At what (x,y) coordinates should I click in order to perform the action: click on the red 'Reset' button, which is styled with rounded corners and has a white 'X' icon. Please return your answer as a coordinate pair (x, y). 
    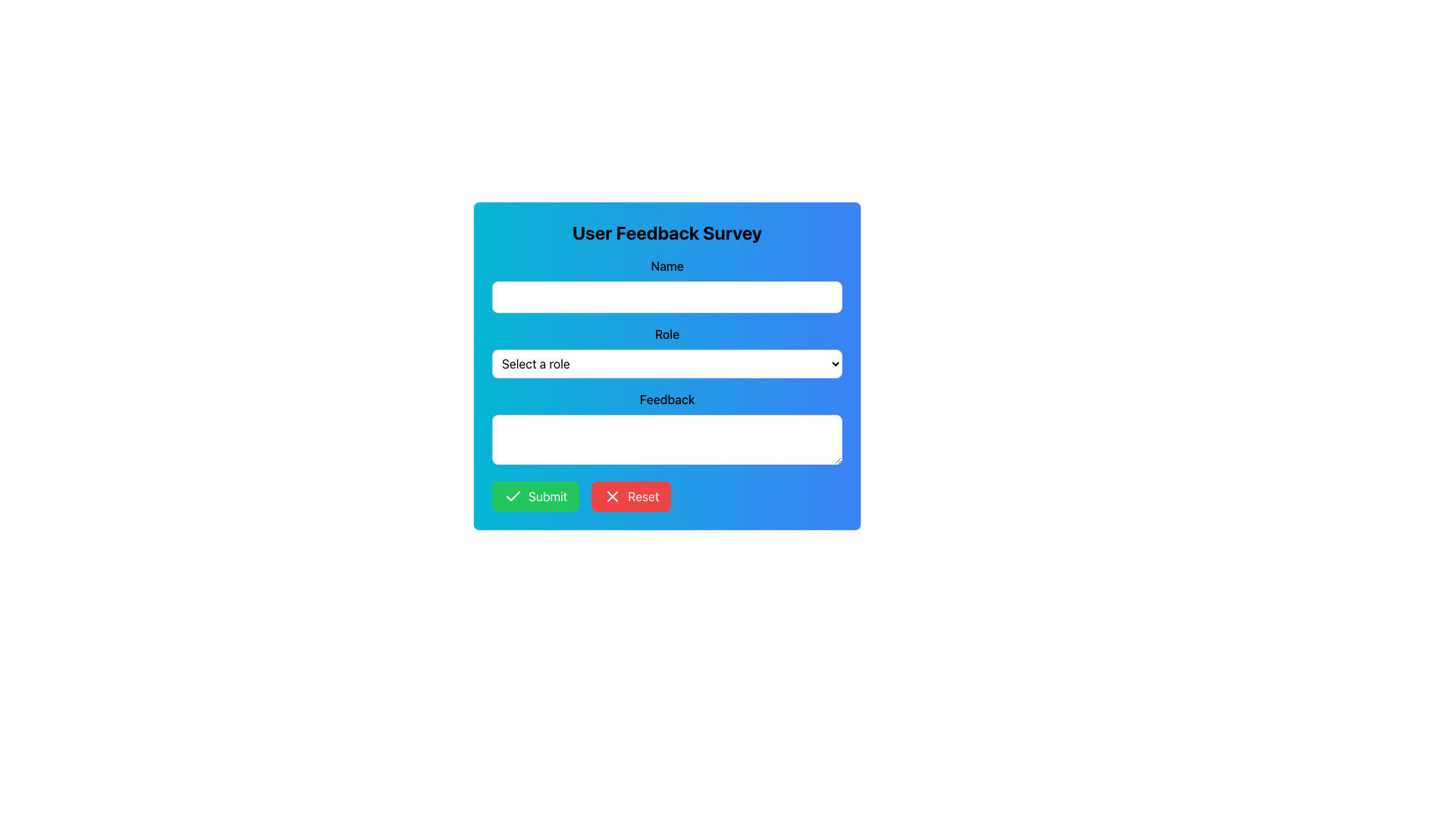
    Looking at the image, I should click on (631, 497).